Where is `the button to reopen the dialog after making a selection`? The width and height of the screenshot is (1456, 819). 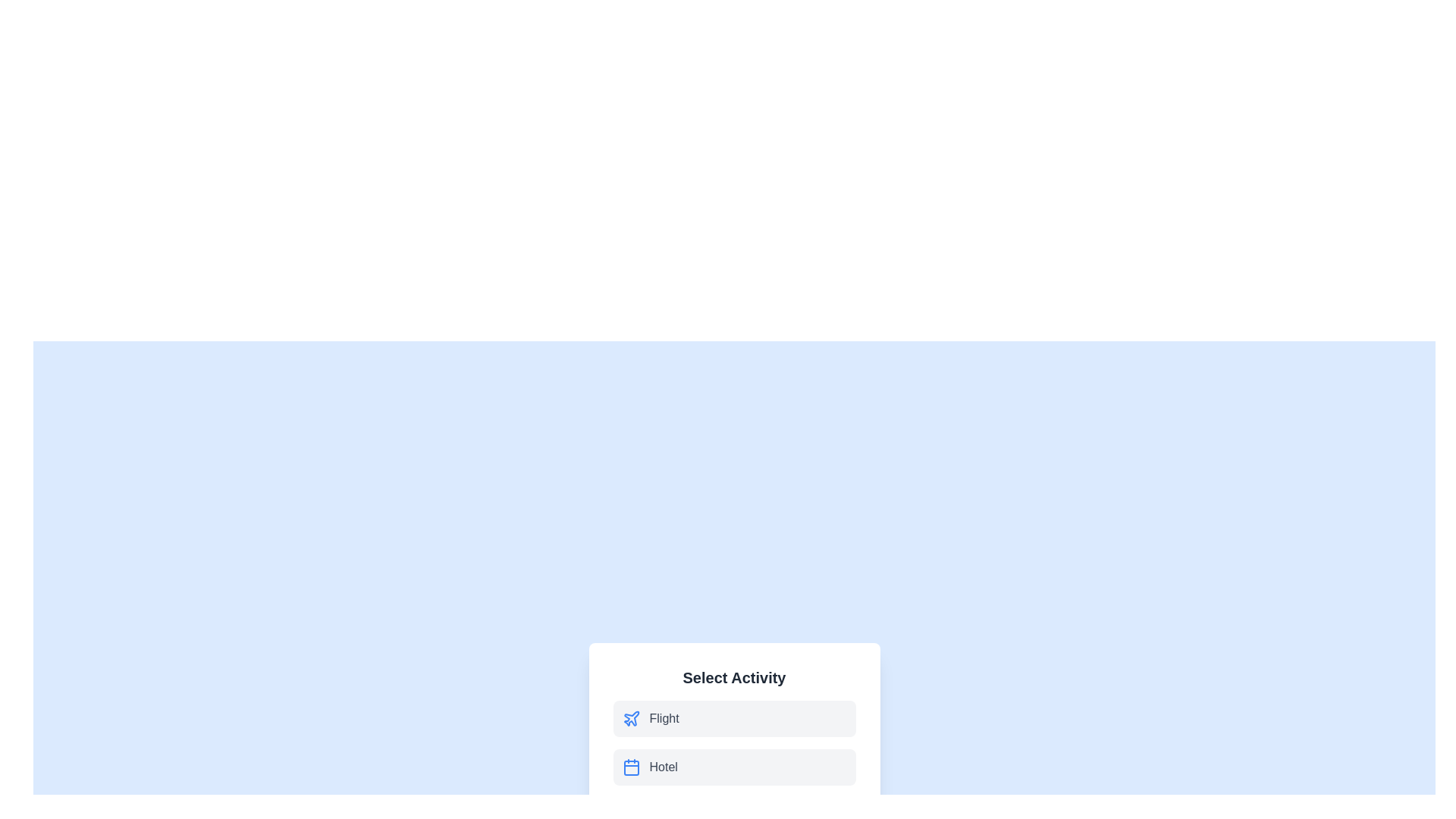 the button to reopen the dialog after making a selection is located at coordinates (734, 751).